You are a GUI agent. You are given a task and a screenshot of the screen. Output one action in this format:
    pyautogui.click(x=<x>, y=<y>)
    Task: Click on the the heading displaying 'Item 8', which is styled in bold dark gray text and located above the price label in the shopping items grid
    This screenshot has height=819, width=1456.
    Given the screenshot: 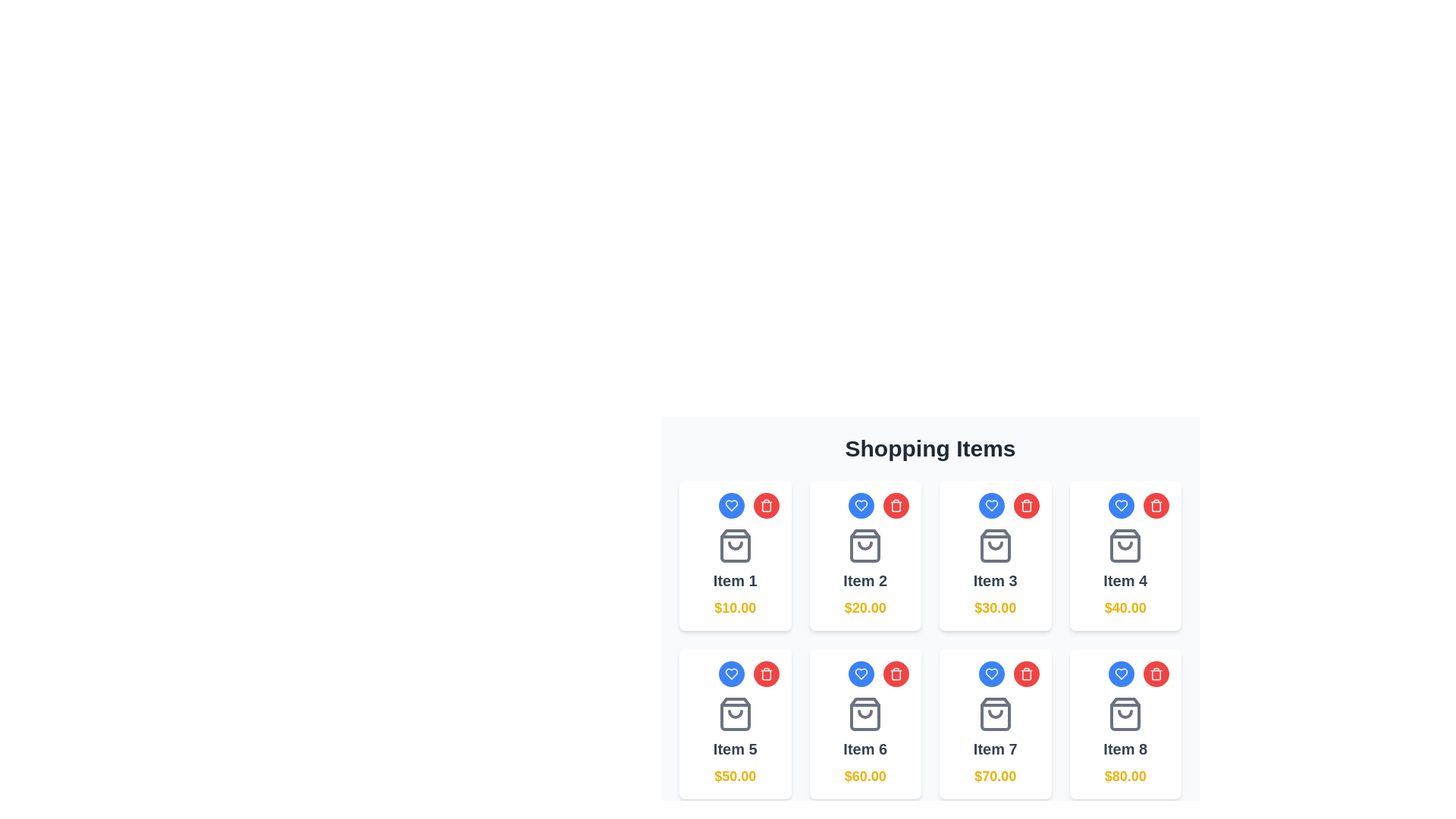 What is the action you would take?
    pyautogui.click(x=1125, y=748)
    